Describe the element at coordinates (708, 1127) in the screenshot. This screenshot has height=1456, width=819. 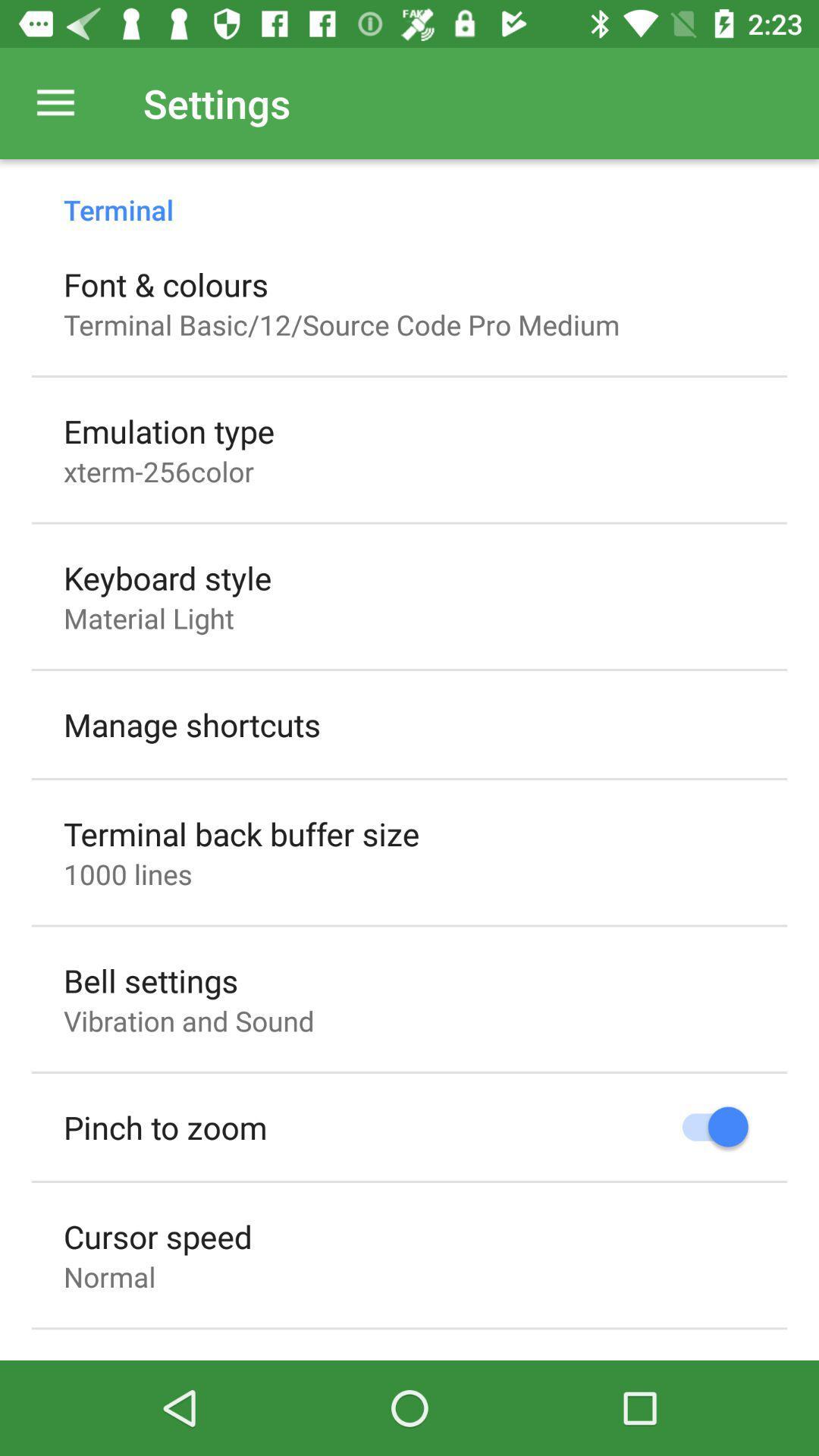
I see `item to the right of the pinch to zoom icon` at that location.